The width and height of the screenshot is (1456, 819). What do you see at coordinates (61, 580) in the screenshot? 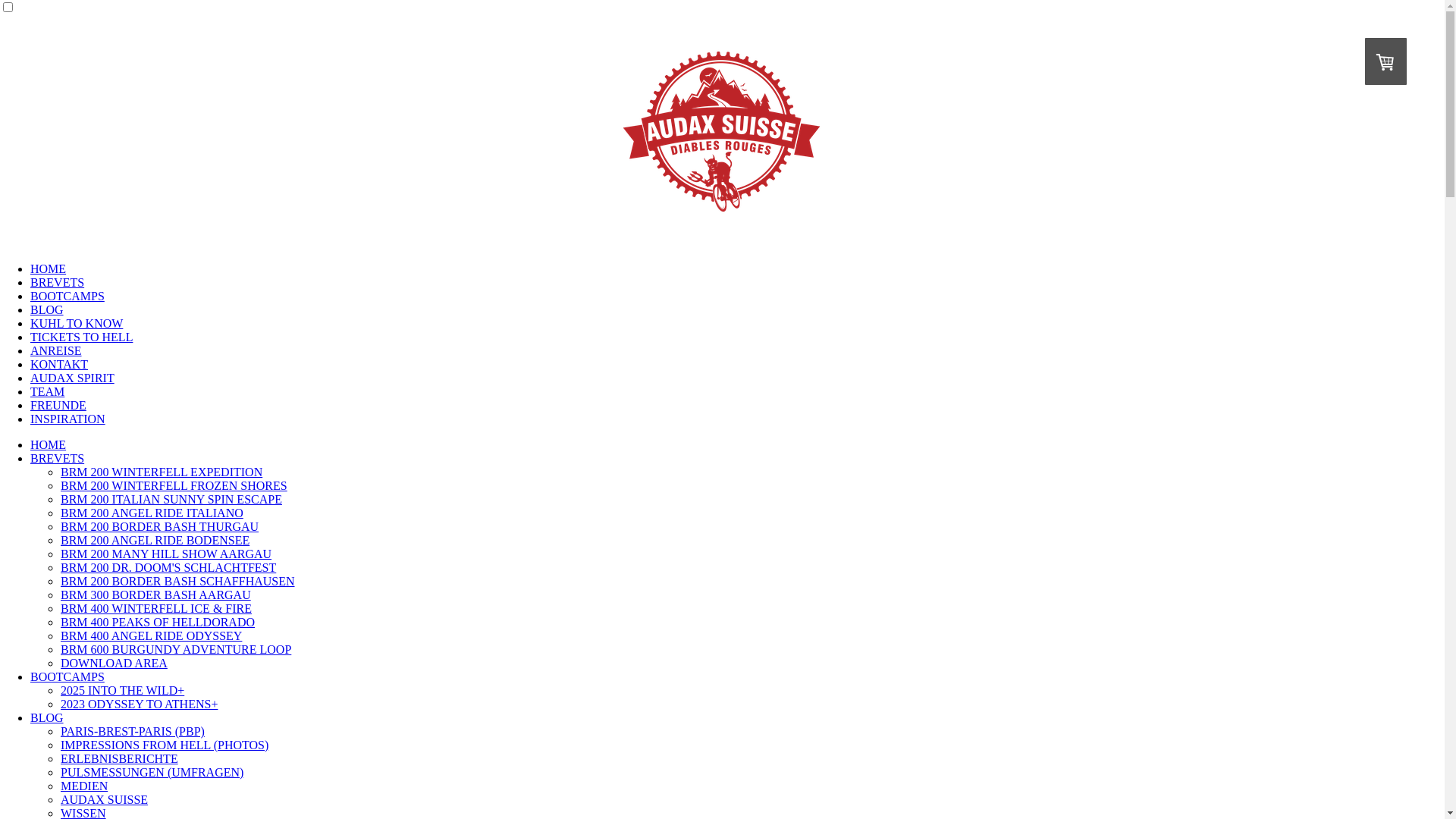
I see `'BRM 200 BORDER BASH SCHAFFHAUSEN'` at bounding box center [61, 580].